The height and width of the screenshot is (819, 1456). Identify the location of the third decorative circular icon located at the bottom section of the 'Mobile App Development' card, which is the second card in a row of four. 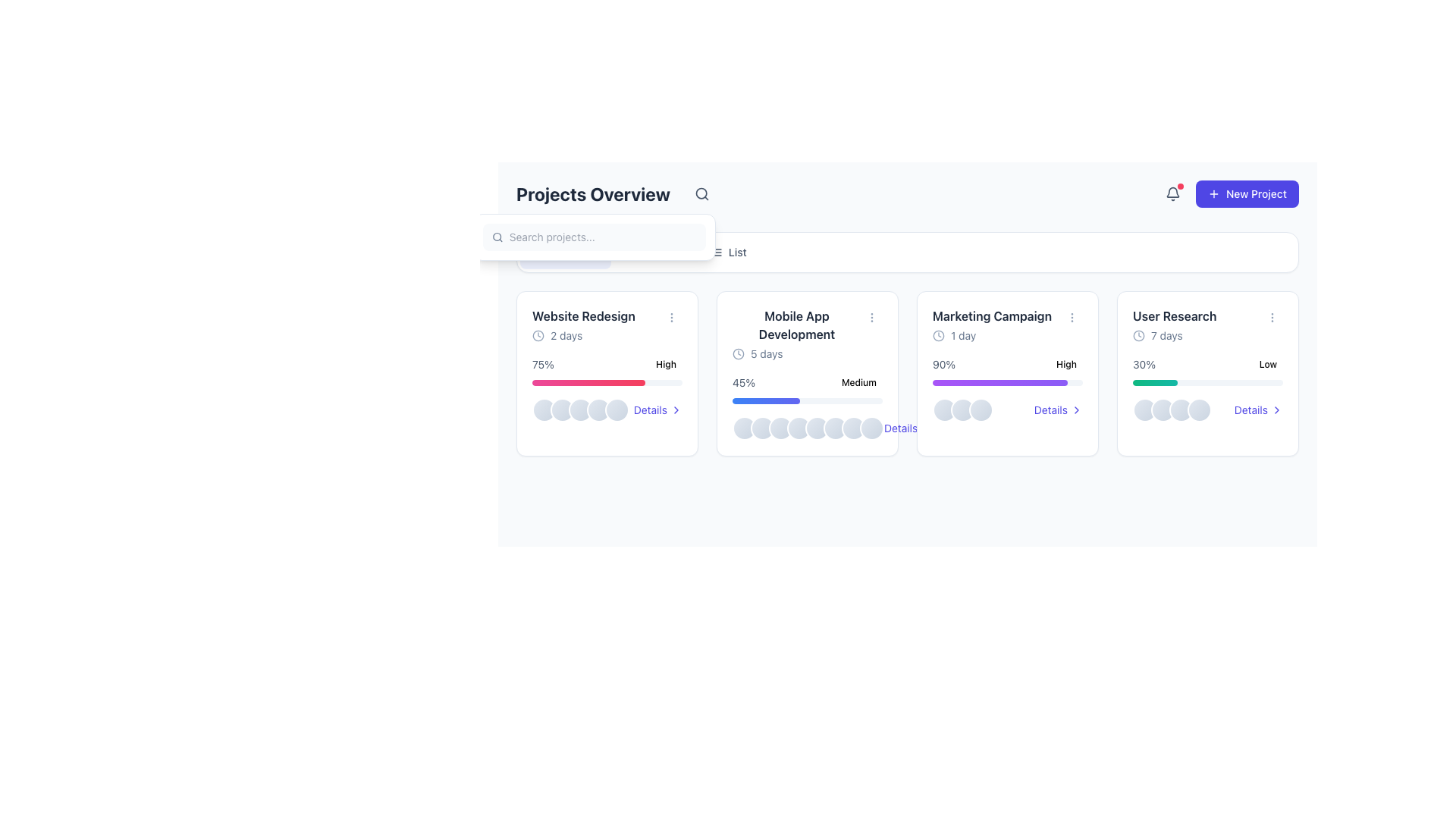
(781, 428).